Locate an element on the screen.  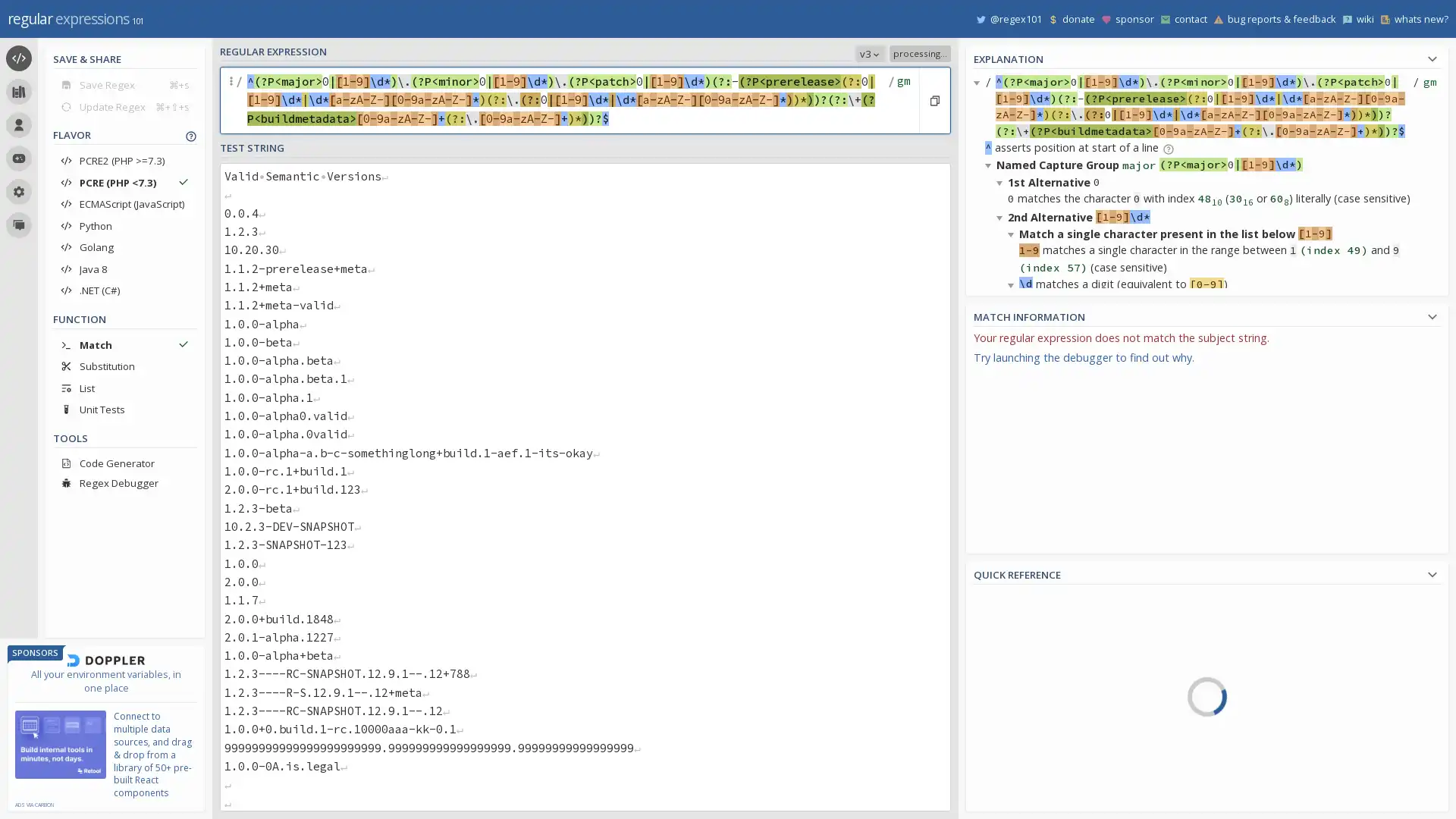
List is located at coordinates (124, 387).